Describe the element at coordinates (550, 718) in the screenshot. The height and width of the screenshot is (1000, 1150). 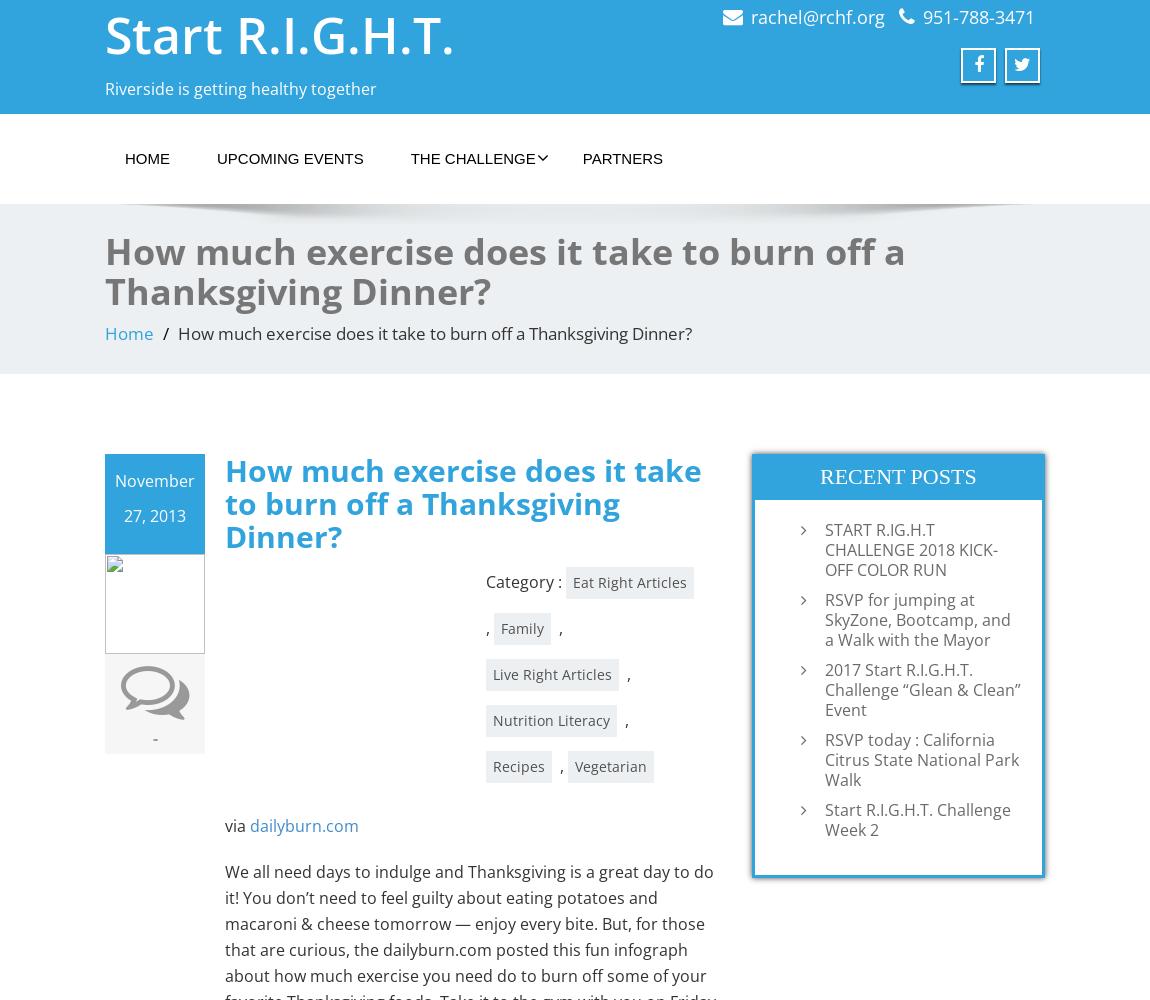
I see `'Nutrition Literacy'` at that location.